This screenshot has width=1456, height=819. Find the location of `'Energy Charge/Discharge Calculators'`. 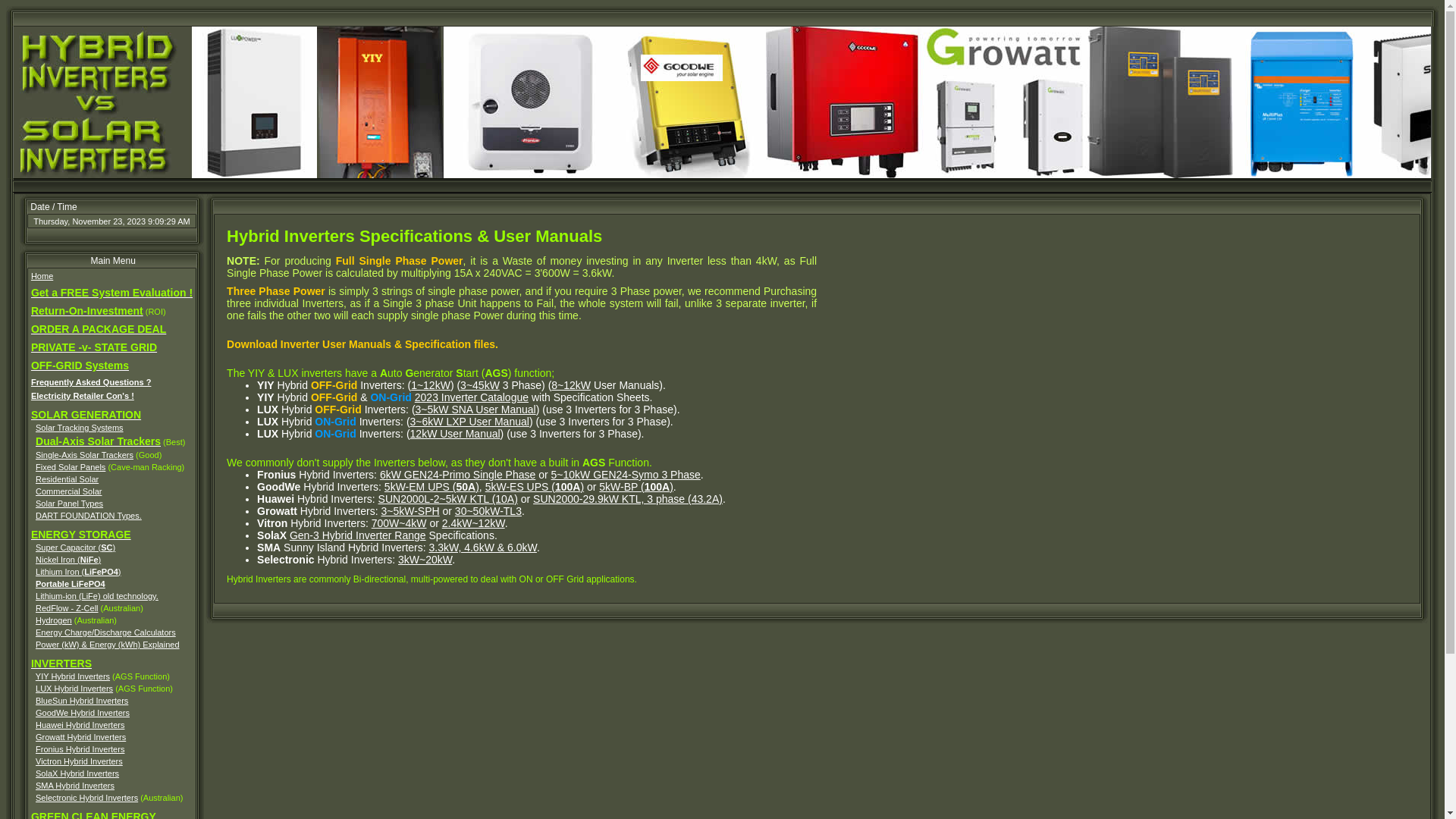

'Energy Charge/Discharge Calculators' is located at coordinates (105, 632).